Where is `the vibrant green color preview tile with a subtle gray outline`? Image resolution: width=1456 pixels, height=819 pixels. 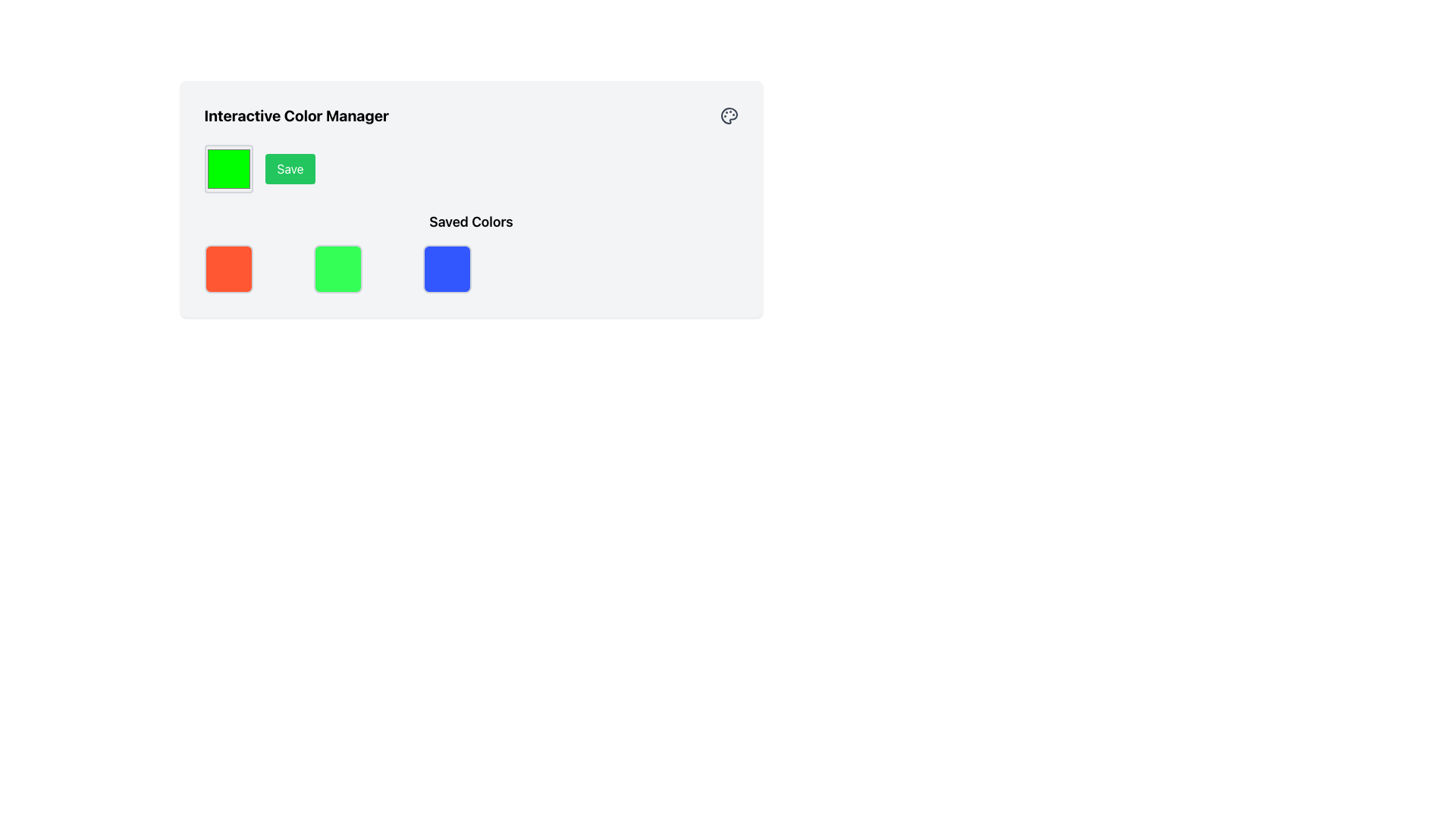 the vibrant green color preview tile with a subtle gray outline is located at coordinates (227, 169).